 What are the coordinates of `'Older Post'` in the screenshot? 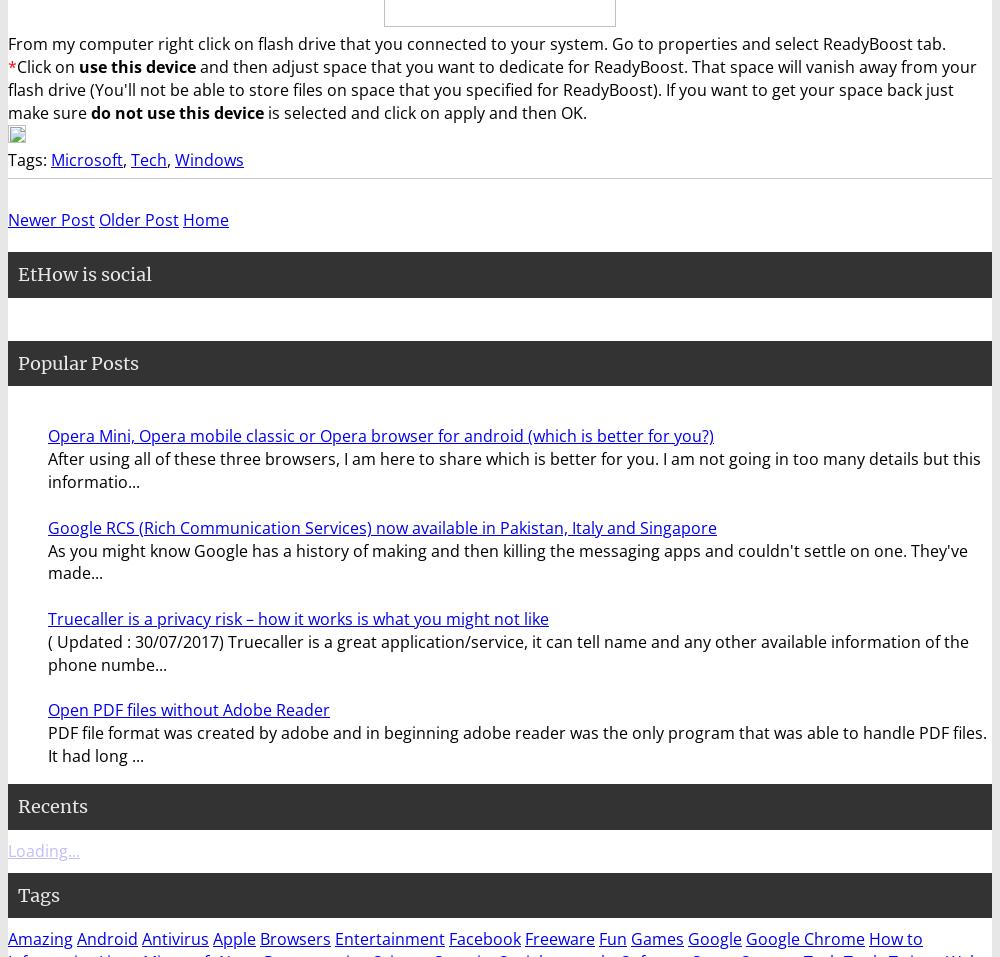 It's located at (139, 219).